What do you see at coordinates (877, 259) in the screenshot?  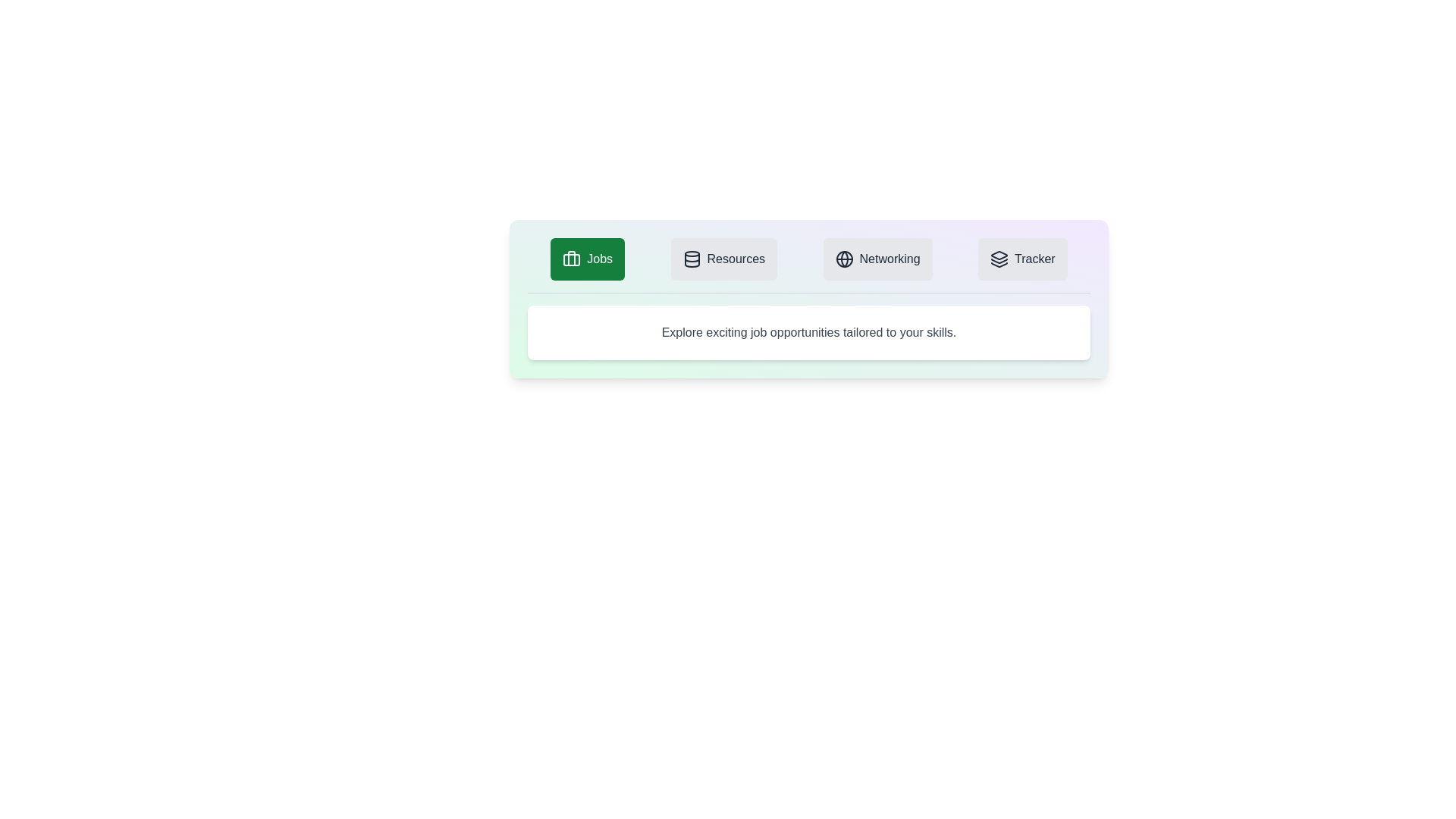 I see `the Networking tab by clicking on it` at bounding box center [877, 259].